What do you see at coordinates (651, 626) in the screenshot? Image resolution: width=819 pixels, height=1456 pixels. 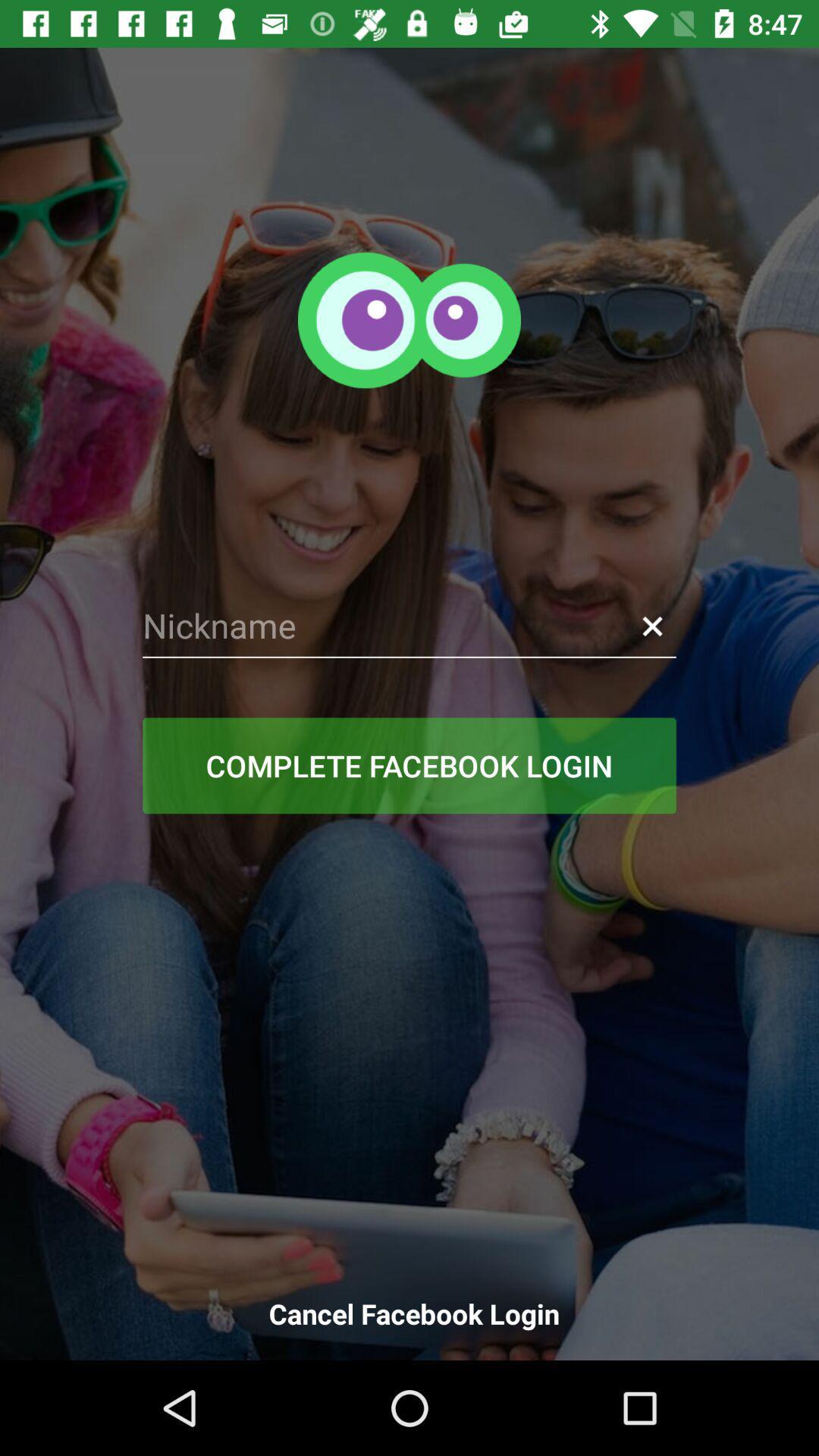 I see `clear nickname textbox` at bounding box center [651, 626].